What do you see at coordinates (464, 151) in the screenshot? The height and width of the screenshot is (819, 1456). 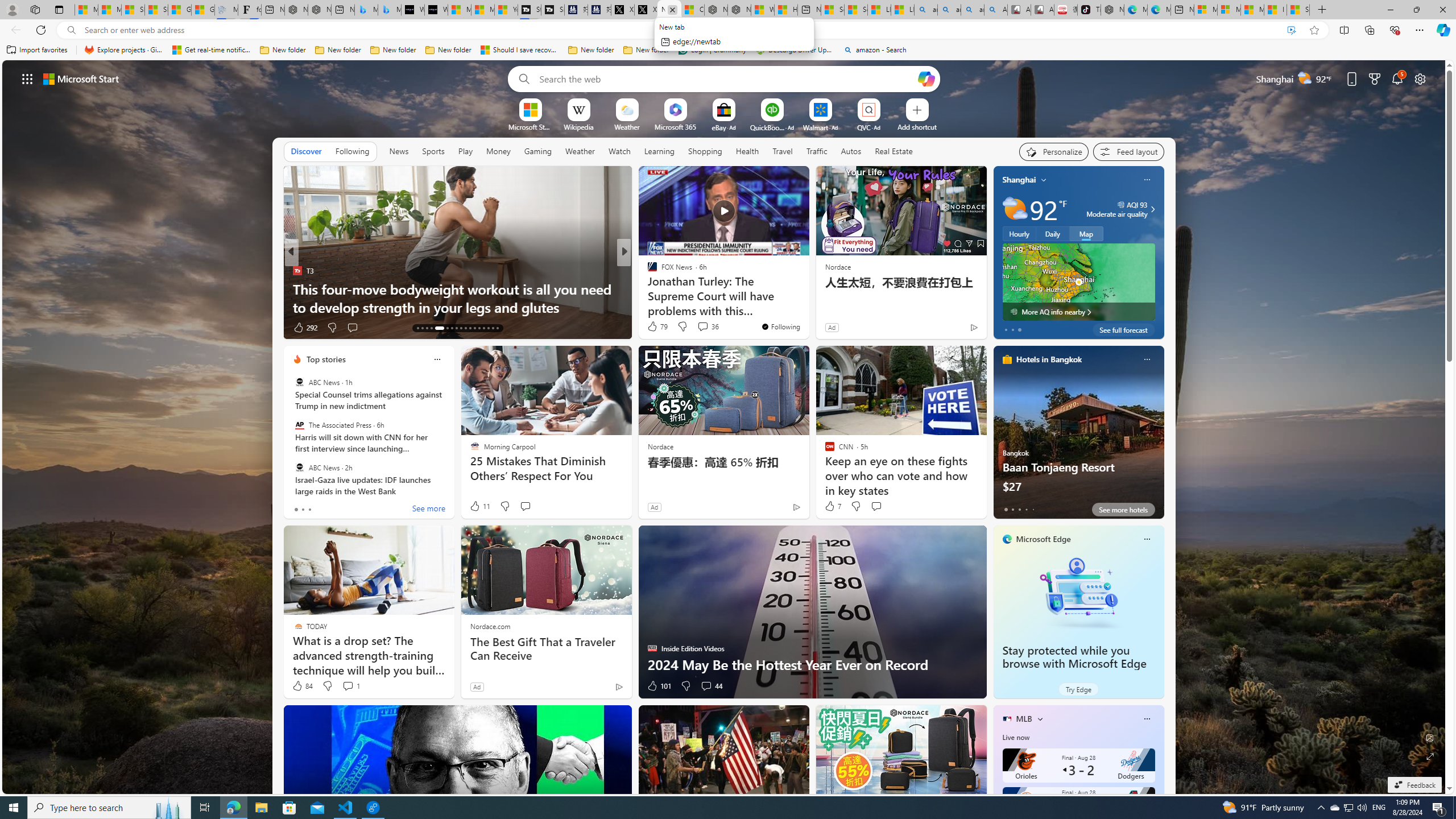 I see `'Play'` at bounding box center [464, 151].